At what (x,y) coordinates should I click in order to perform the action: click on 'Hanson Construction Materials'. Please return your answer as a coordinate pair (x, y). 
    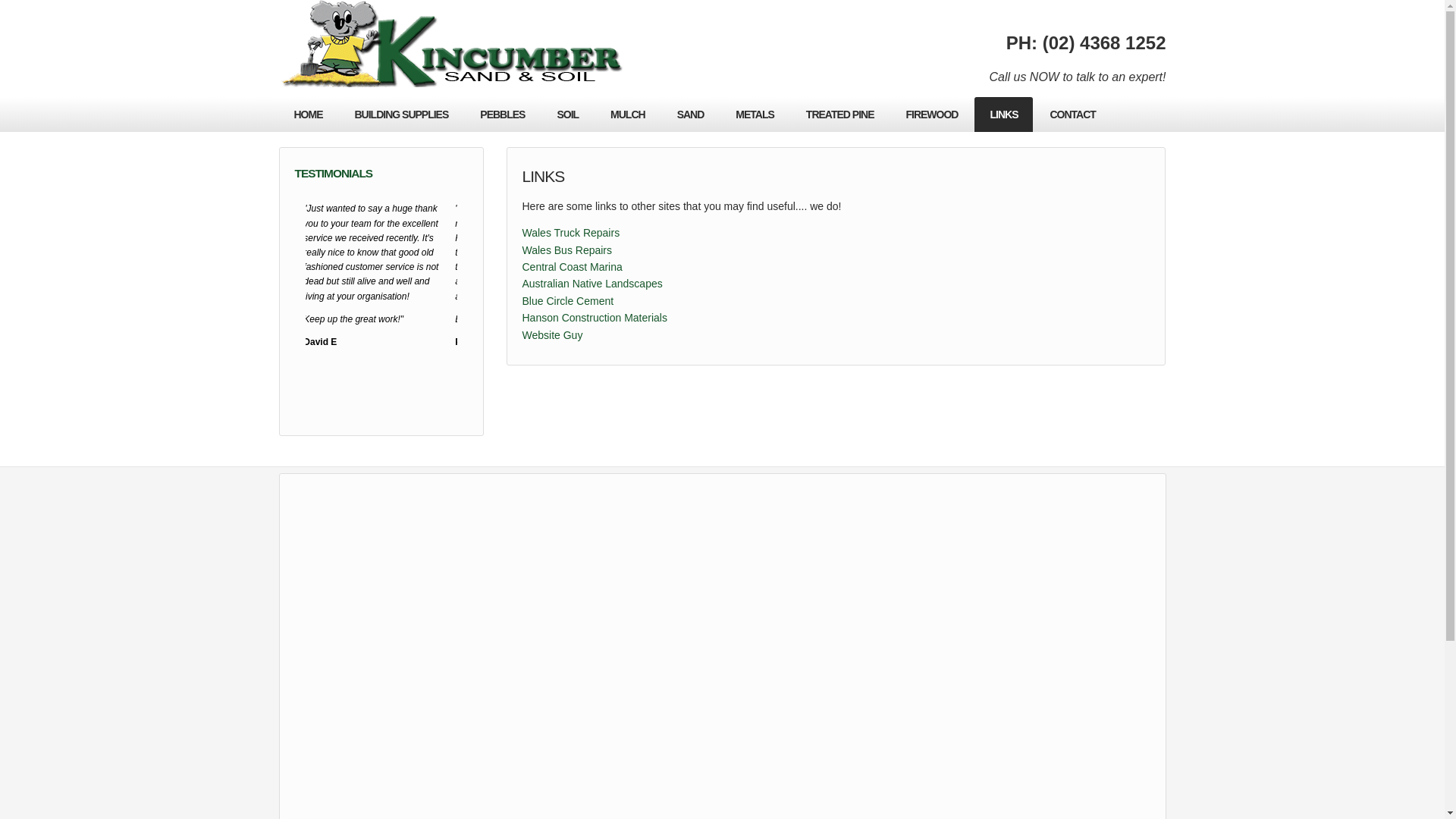
    Looking at the image, I should click on (593, 317).